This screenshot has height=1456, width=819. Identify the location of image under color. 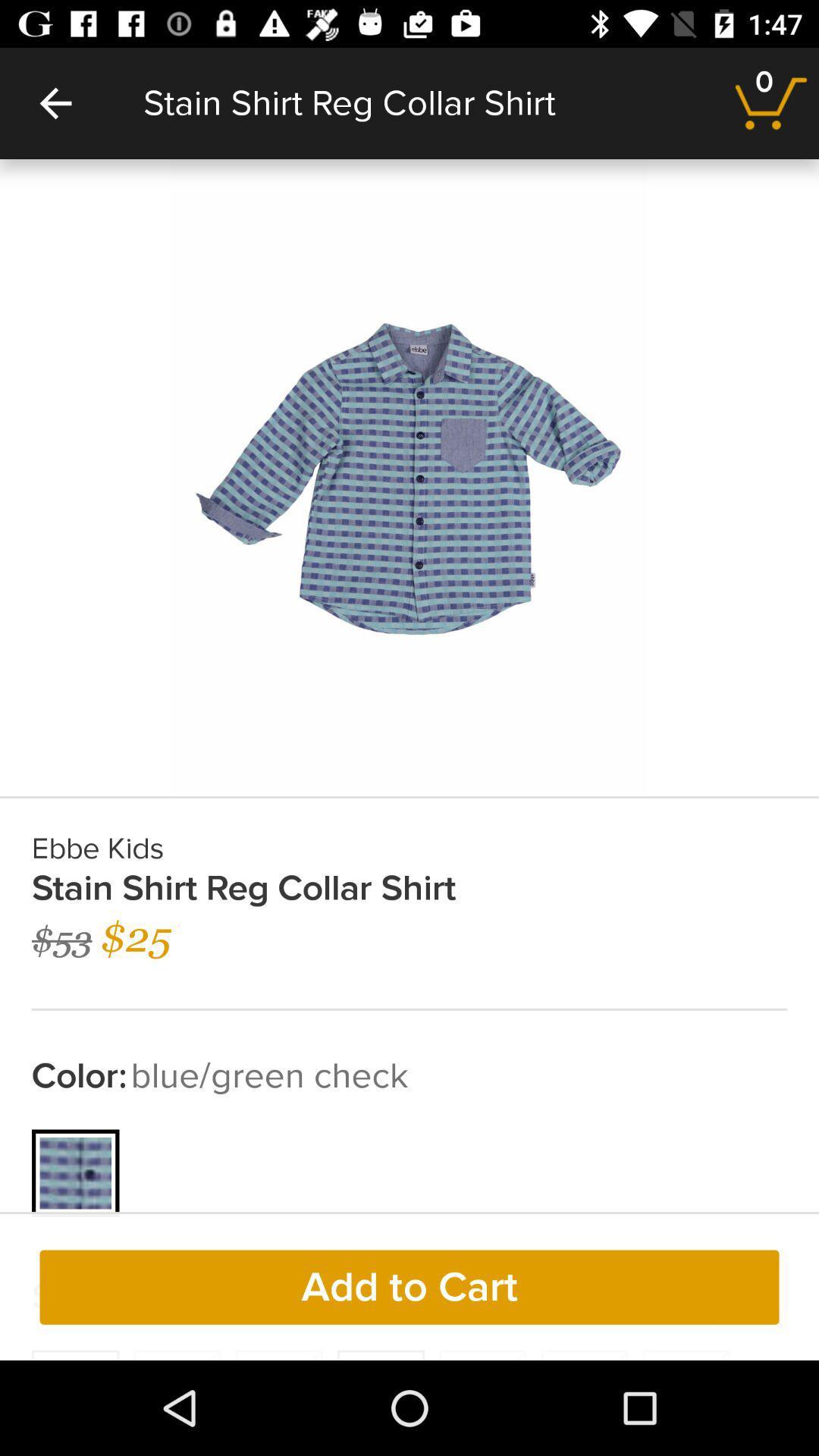
(76, 1172).